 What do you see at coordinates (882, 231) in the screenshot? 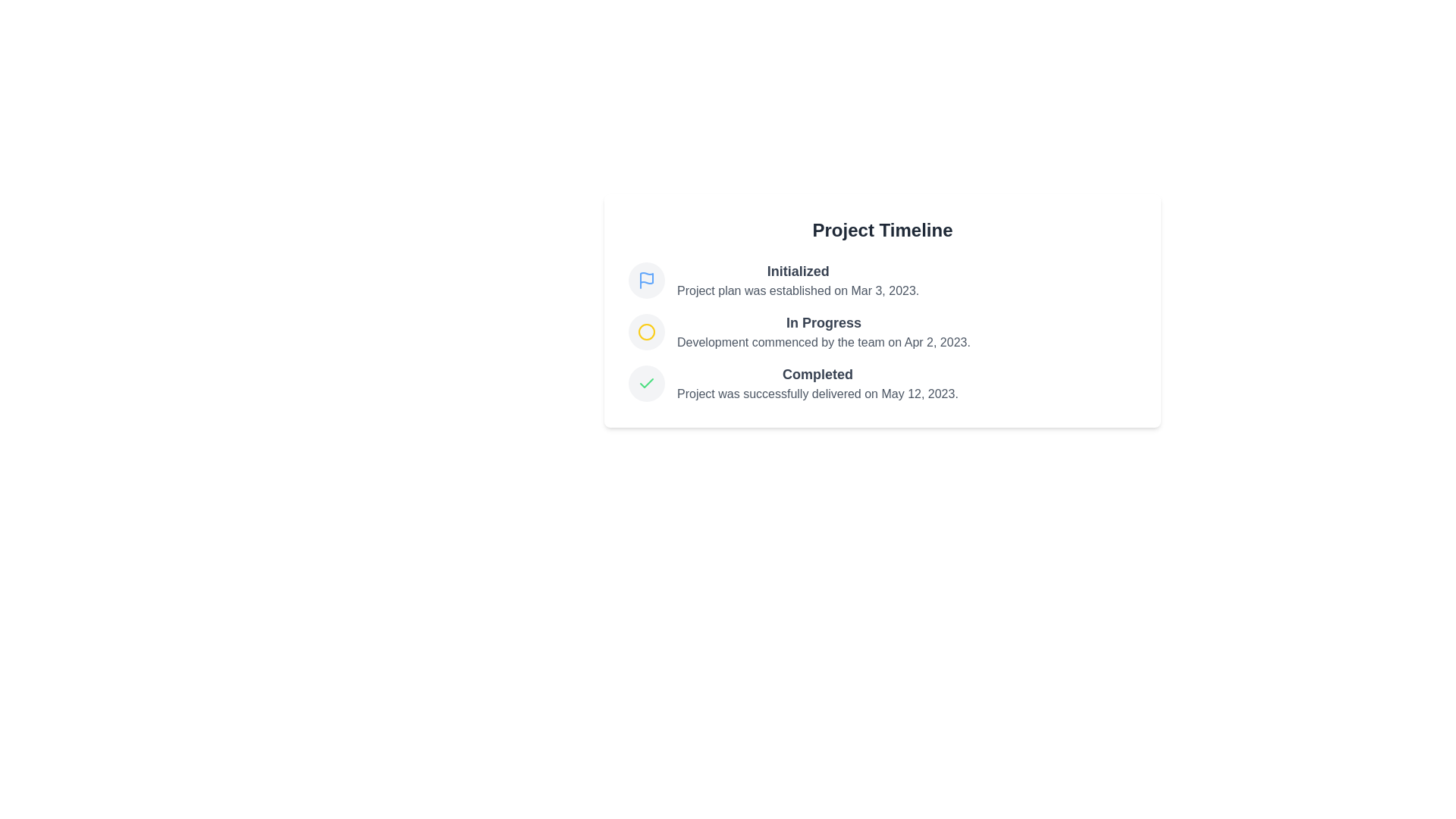
I see `text from the 'Project Timeline' header located at the top of the card-like structure with rounded corners and shadowed background` at bounding box center [882, 231].